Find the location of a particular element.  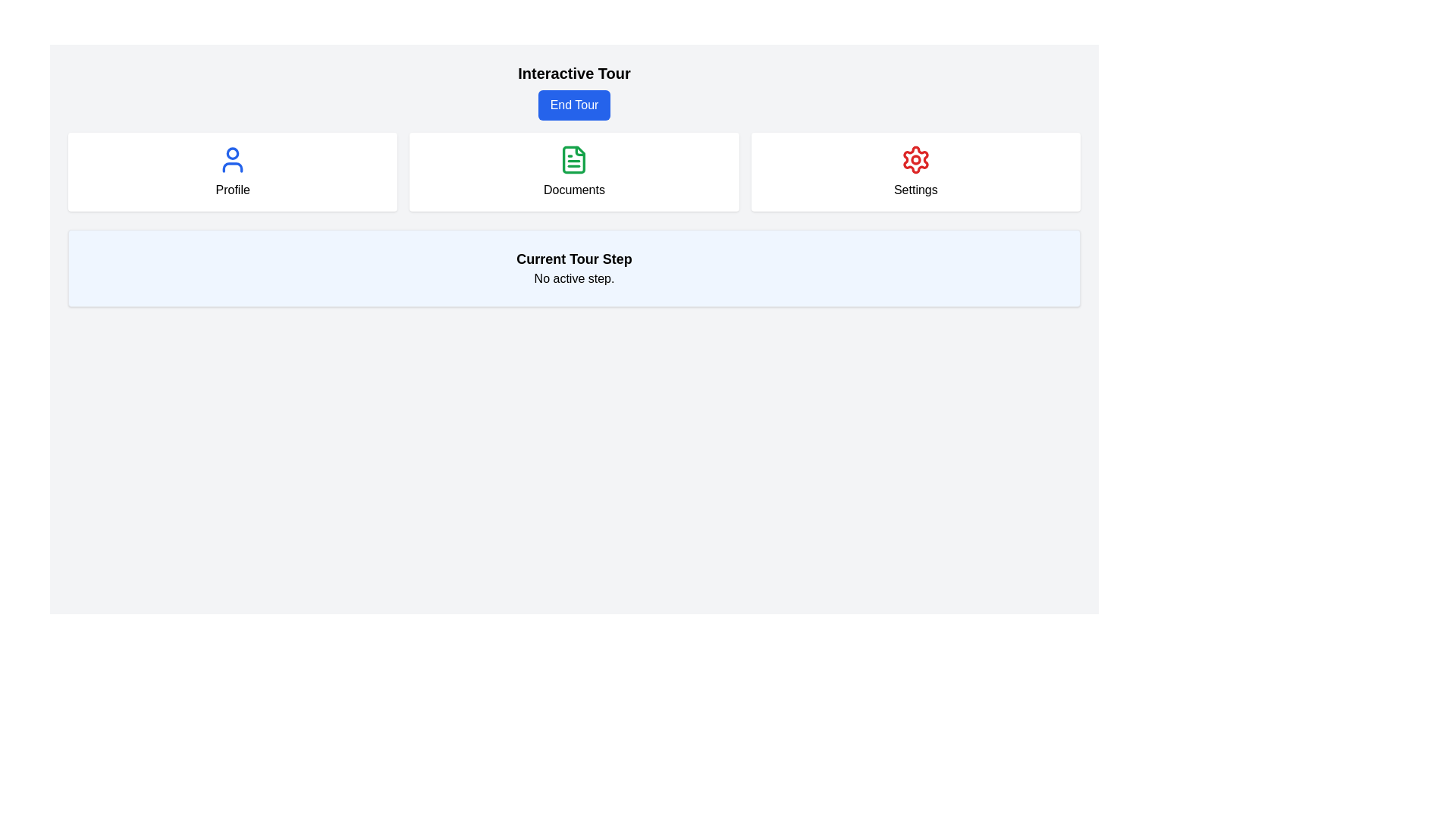

the user profile icon located in the top-left section of the grid layout, which is centered within the 'Profile' card is located at coordinates (232, 160).